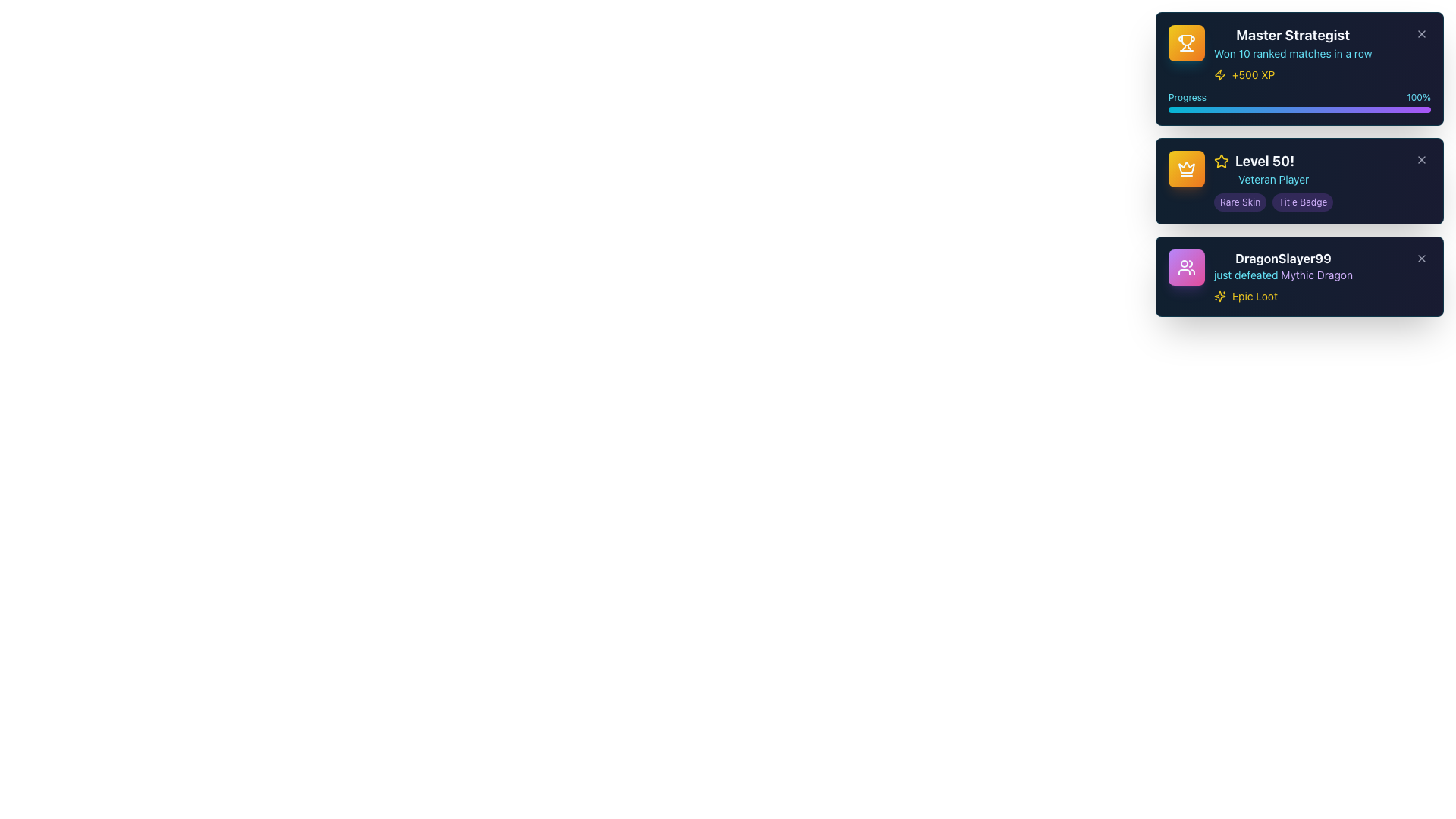  Describe the element at coordinates (1421, 160) in the screenshot. I see `the 'close' button located in the top-right corner of the 'Level 50!' card` at that location.